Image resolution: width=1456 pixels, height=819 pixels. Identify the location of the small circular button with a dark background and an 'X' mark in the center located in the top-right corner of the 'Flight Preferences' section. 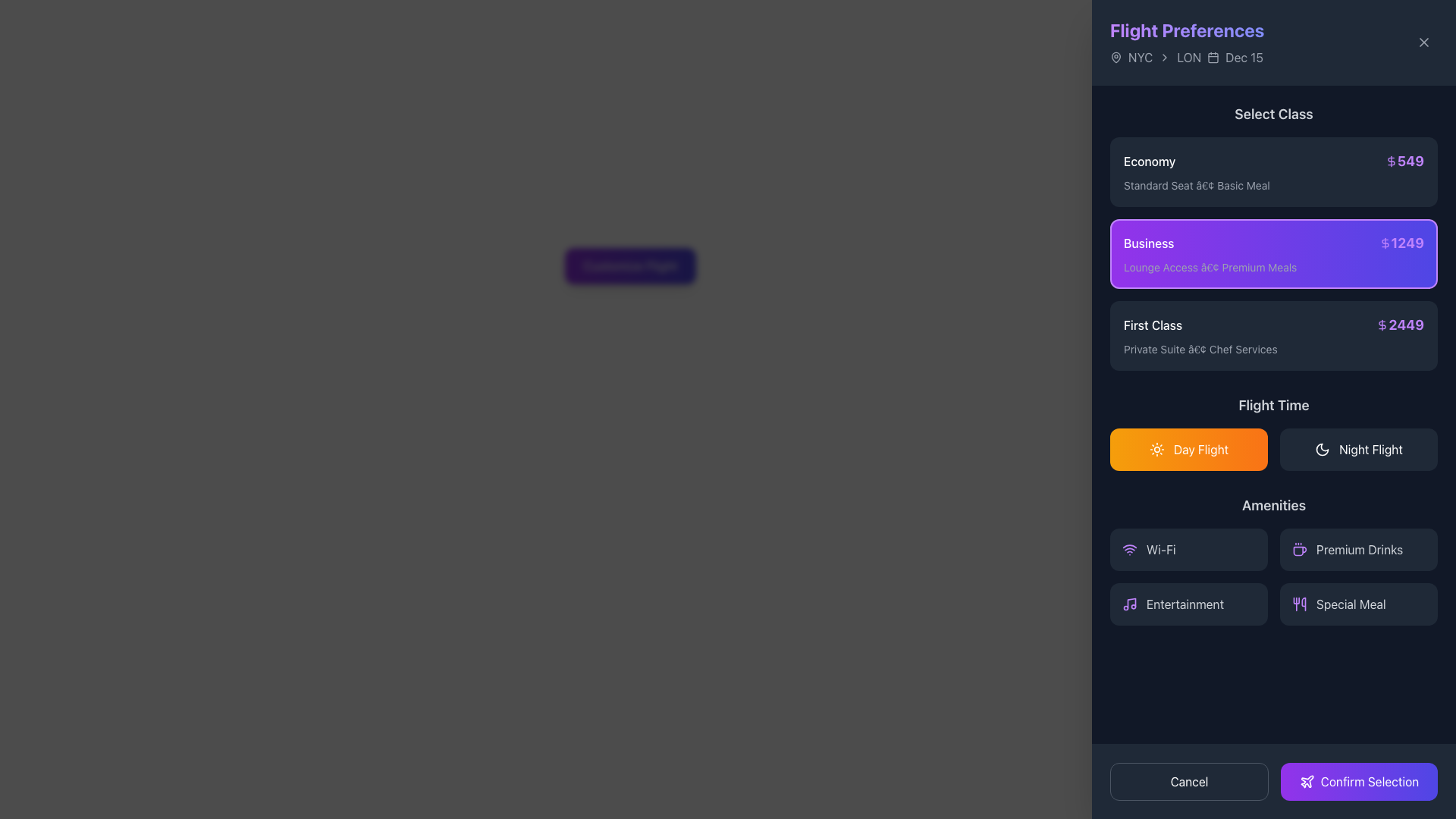
(1423, 42).